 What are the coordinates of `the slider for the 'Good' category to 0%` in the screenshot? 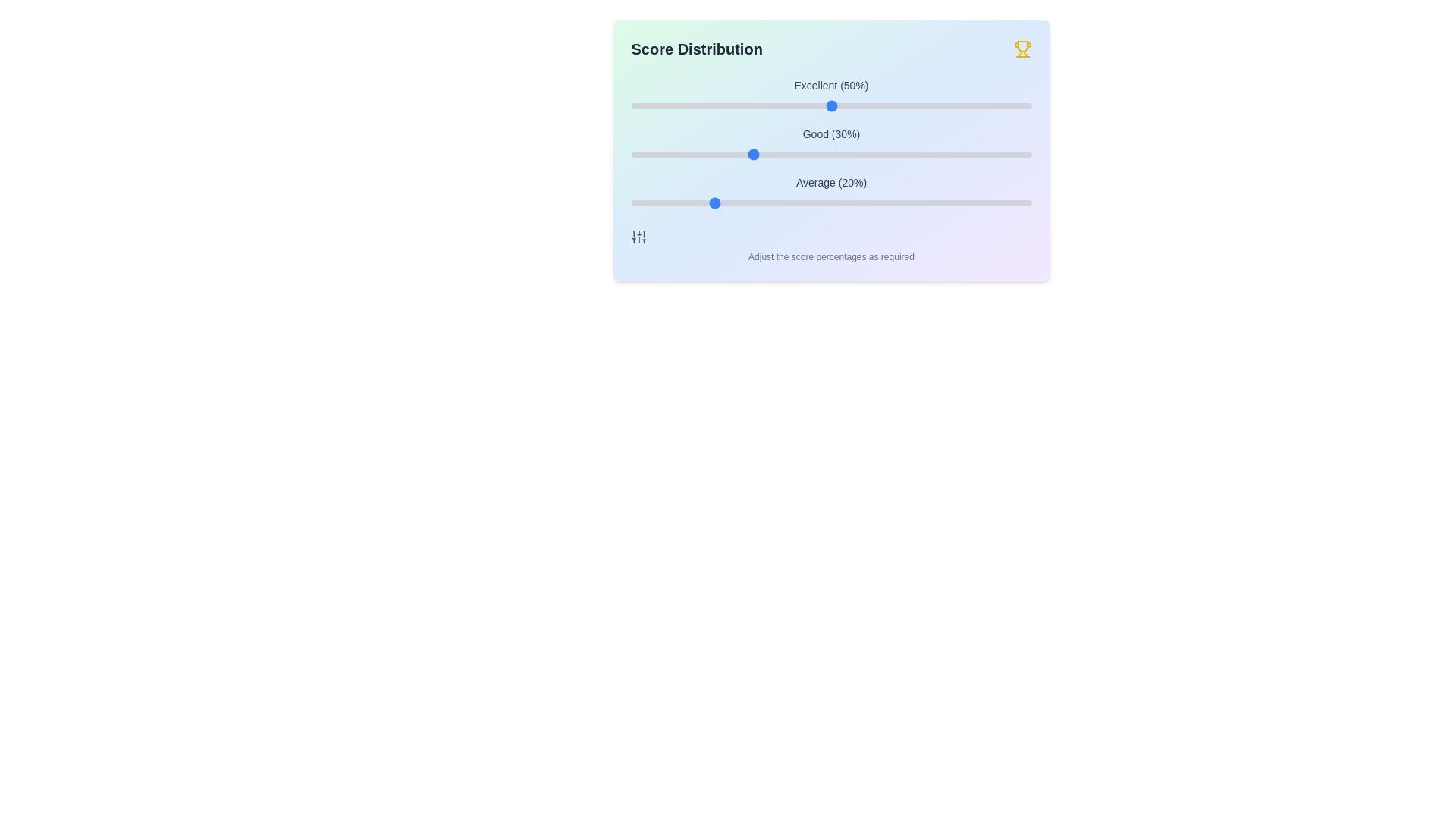 It's located at (631, 155).